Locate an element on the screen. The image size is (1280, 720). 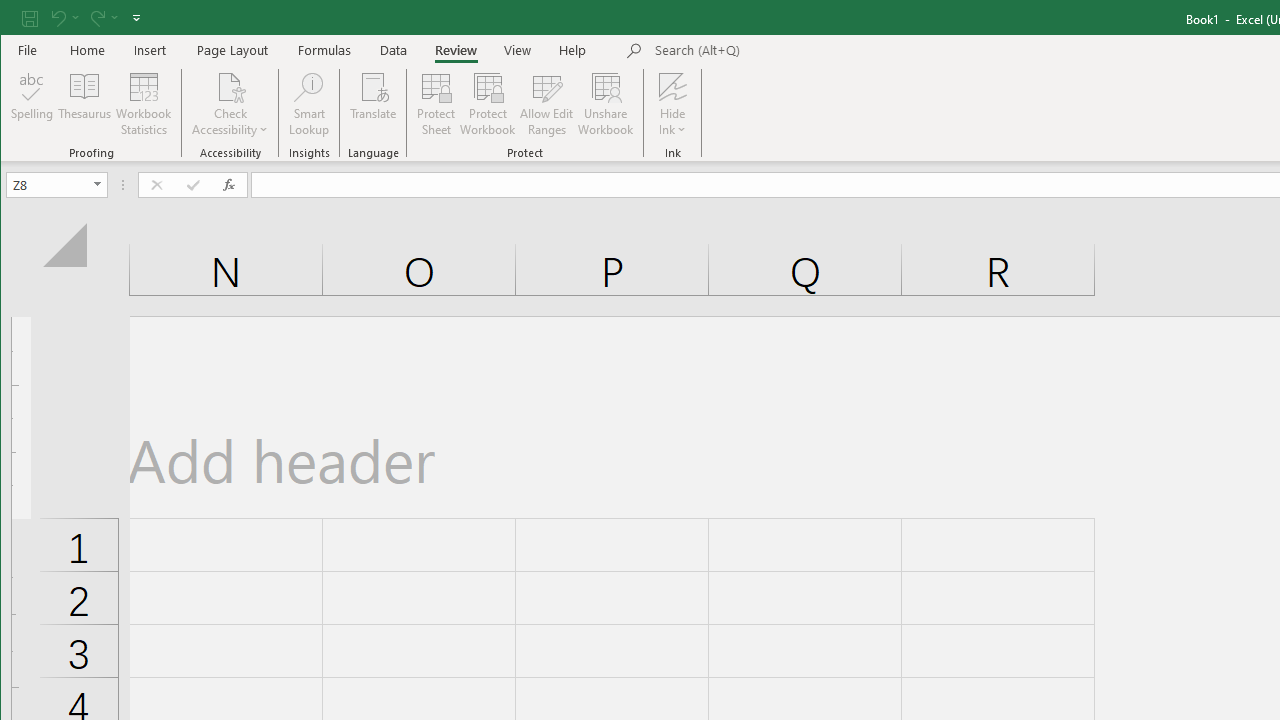
'Allow Edit Ranges' is located at coordinates (547, 104).